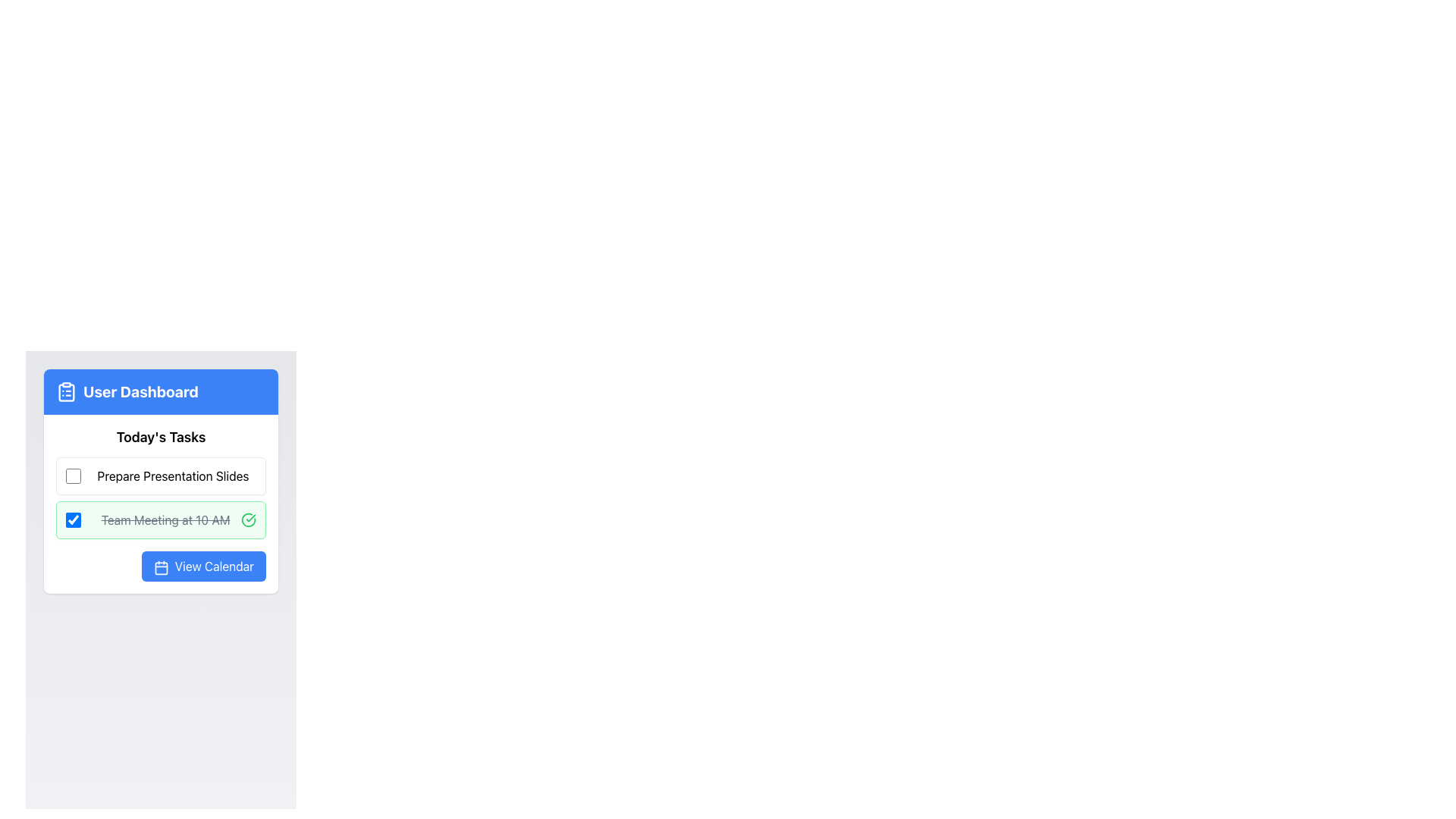  What do you see at coordinates (248, 519) in the screenshot?
I see `the green outlined circular check mark icon indicating a completed task next to the text 'Team Meeting at 10 AM.'` at bounding box center [248, 519].